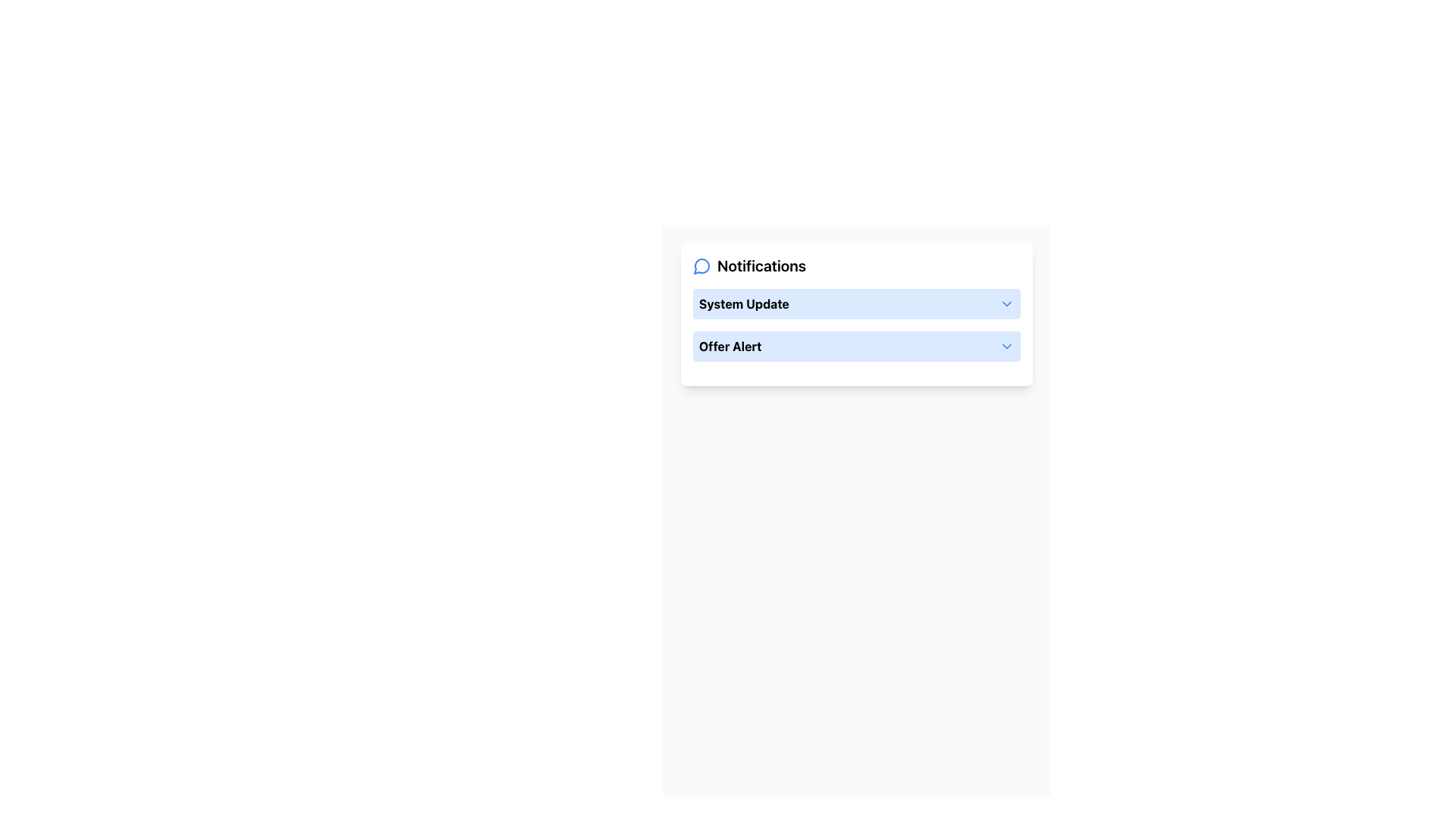 This screenshot has width=1456, height=819. What do you see at coordinates (744, 304) in the screenshot?
I see `the text label displaying the title of the notification category in the 'Notifications' section, which is the first item in the list and aligned to the left` at bounding box center [744, 304].